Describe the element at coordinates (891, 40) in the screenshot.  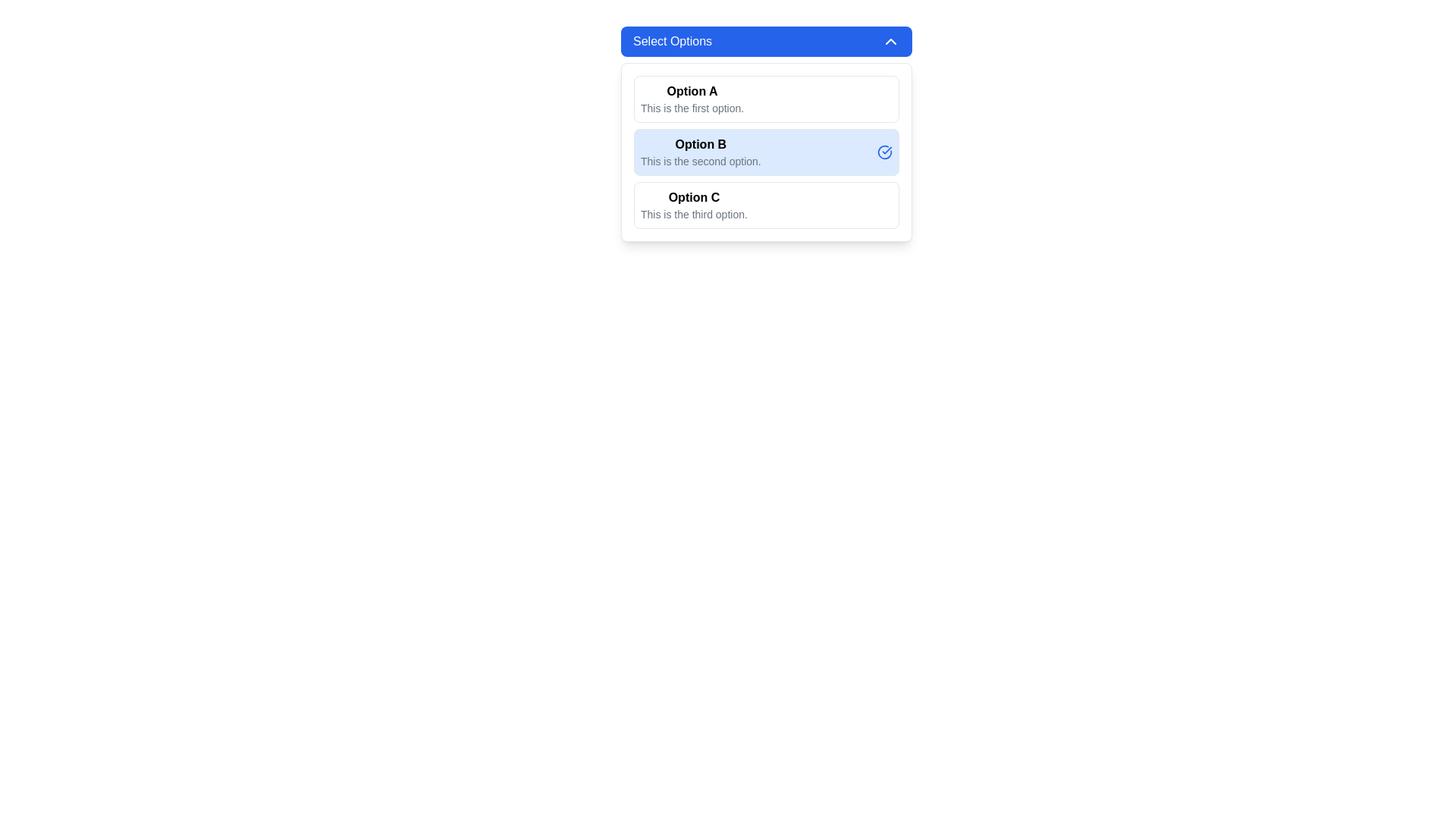
I see `the SVG Icon located at the upper-right corner of the 'Select Options' header` at that location.